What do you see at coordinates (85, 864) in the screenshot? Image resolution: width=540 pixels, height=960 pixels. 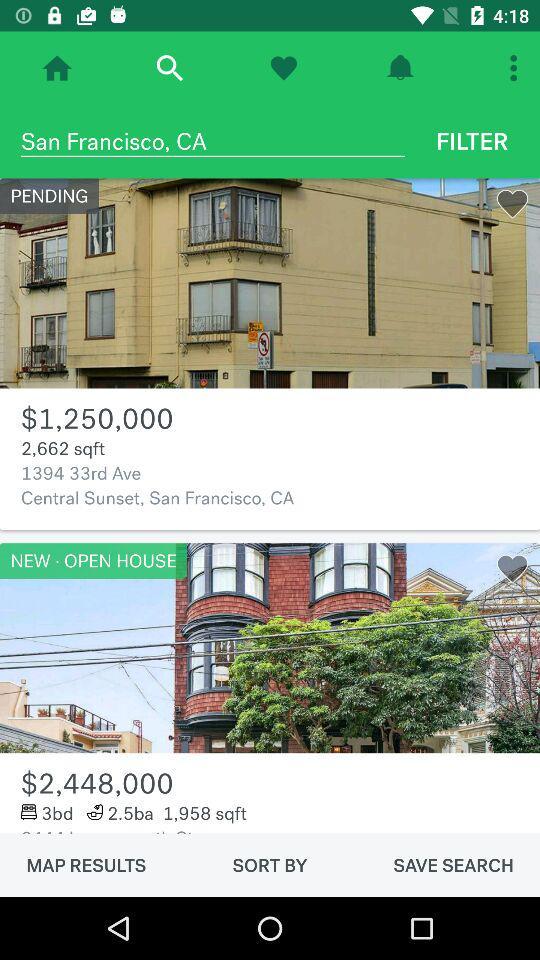 I see `map results item` at bounding box center [85, 864].